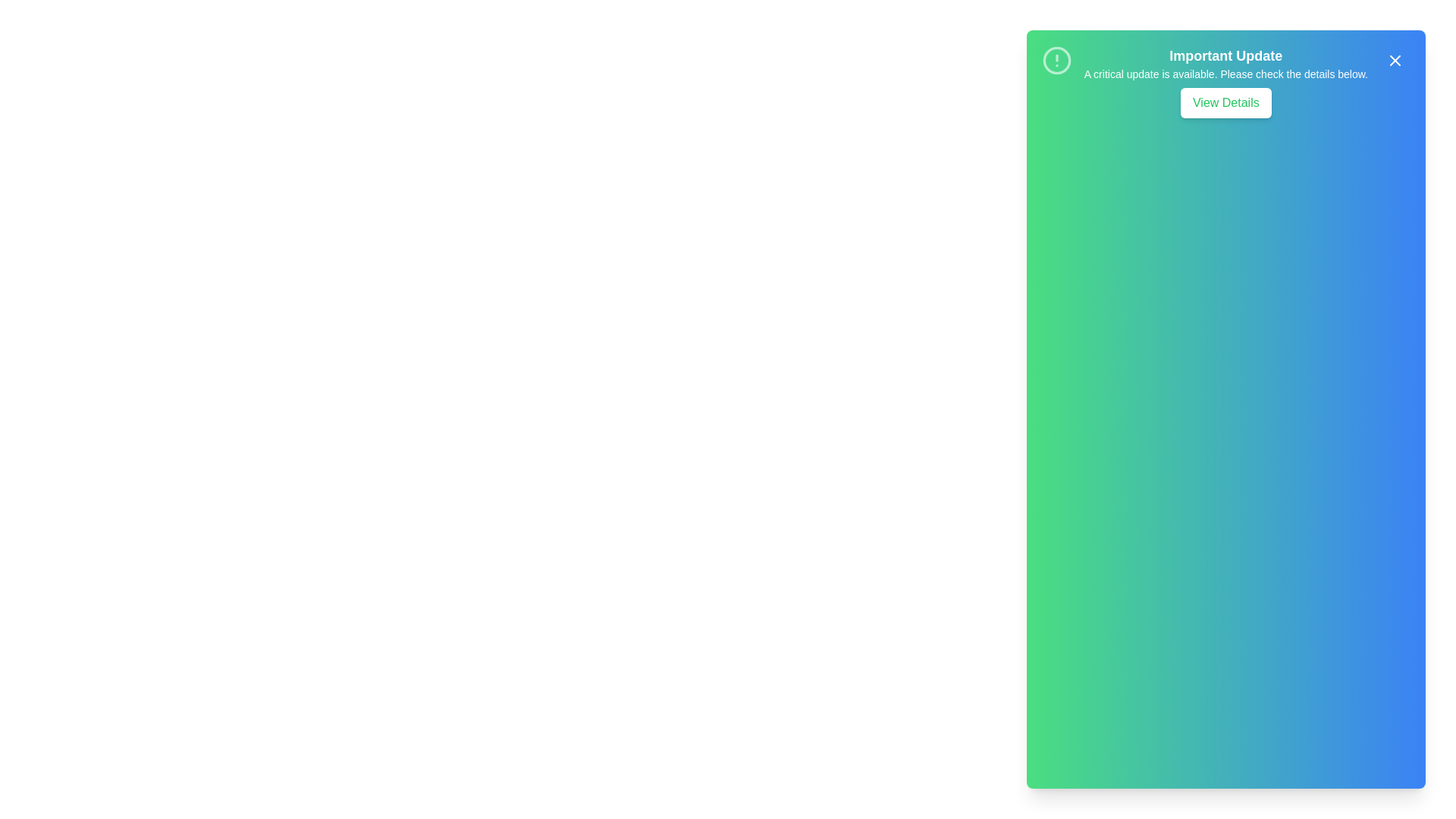  I want to click on the alert icon to inspect its details, so click(1056, 60).